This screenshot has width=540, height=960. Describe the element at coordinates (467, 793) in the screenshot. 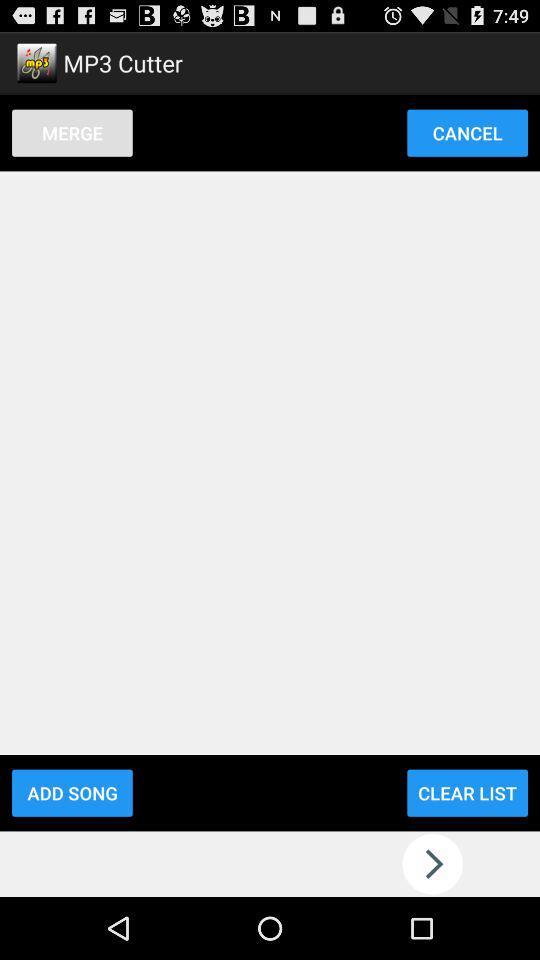

I see `the button next to add song button` at that location.